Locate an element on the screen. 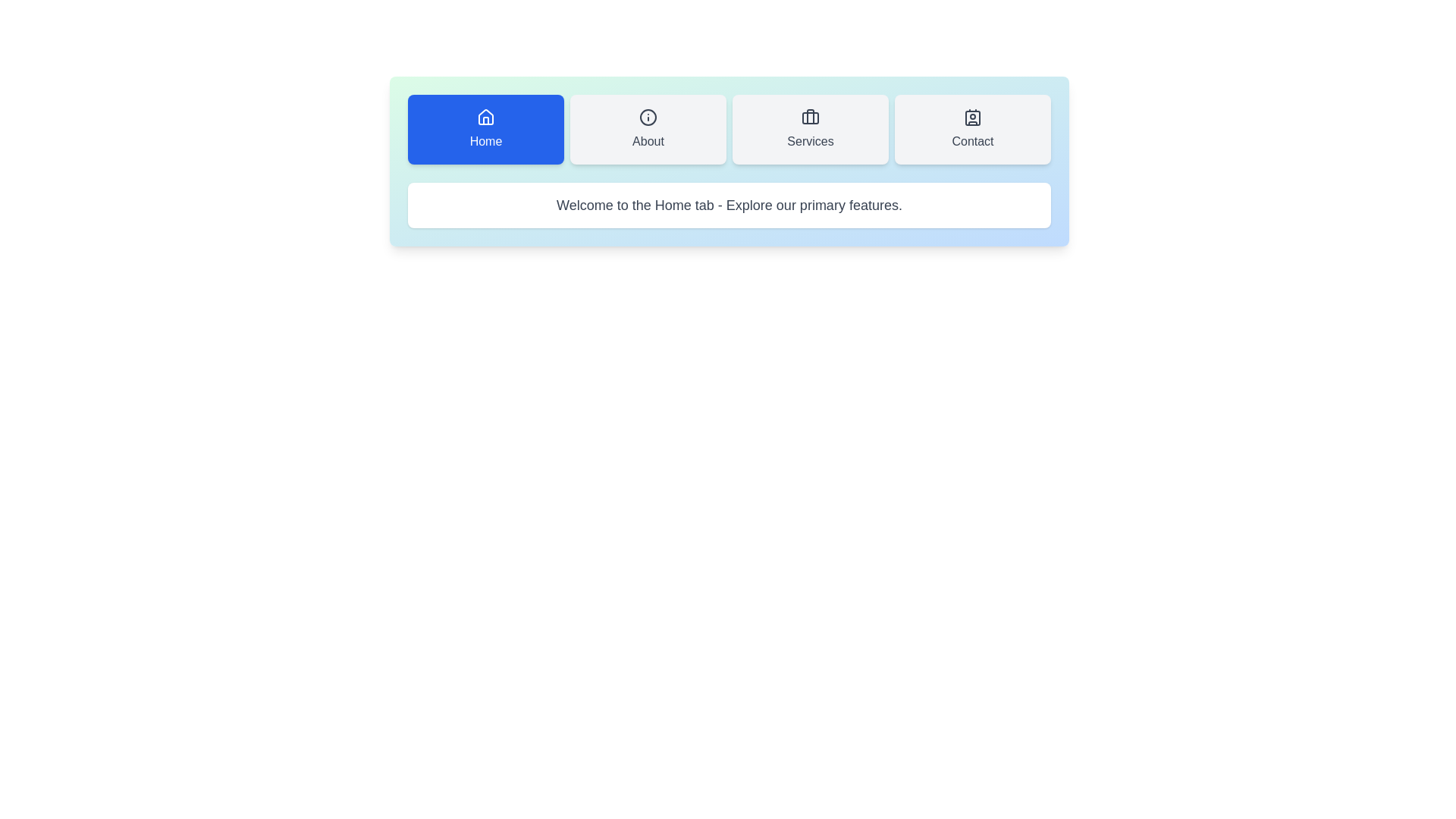 The image size is (1456, 819). the 'Contact' text label which is styled as a standard typeface and positioned under an icon within a grouped navigational options layout is located at coordinates (972, 141).